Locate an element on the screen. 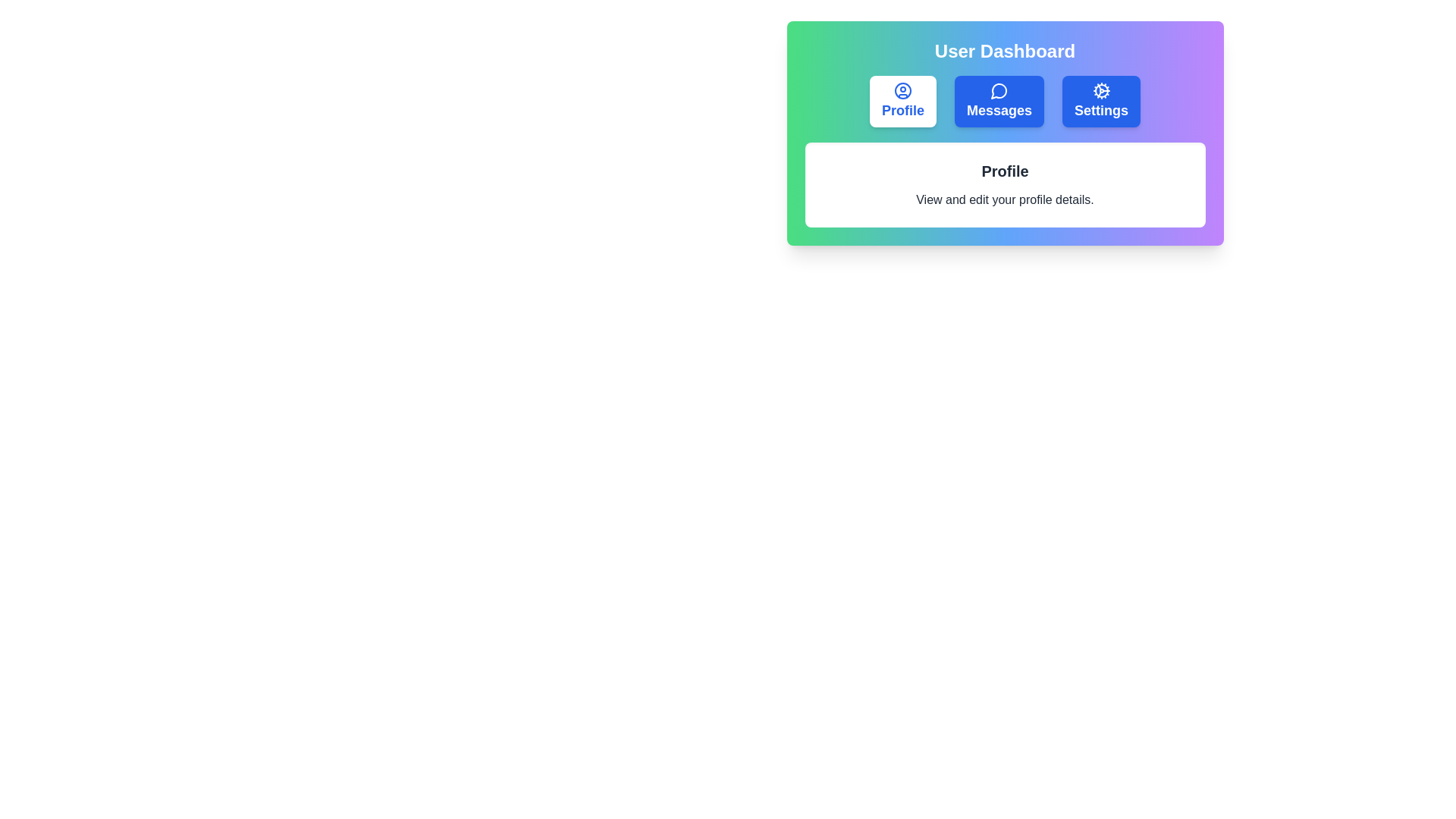 The width and height of the screenshot is (1456, 819). the decorative SVG circle representing the user profile icon, which is part of the 'Profile' button at the top of the dashboard interface is located at coordinates (902, 90).